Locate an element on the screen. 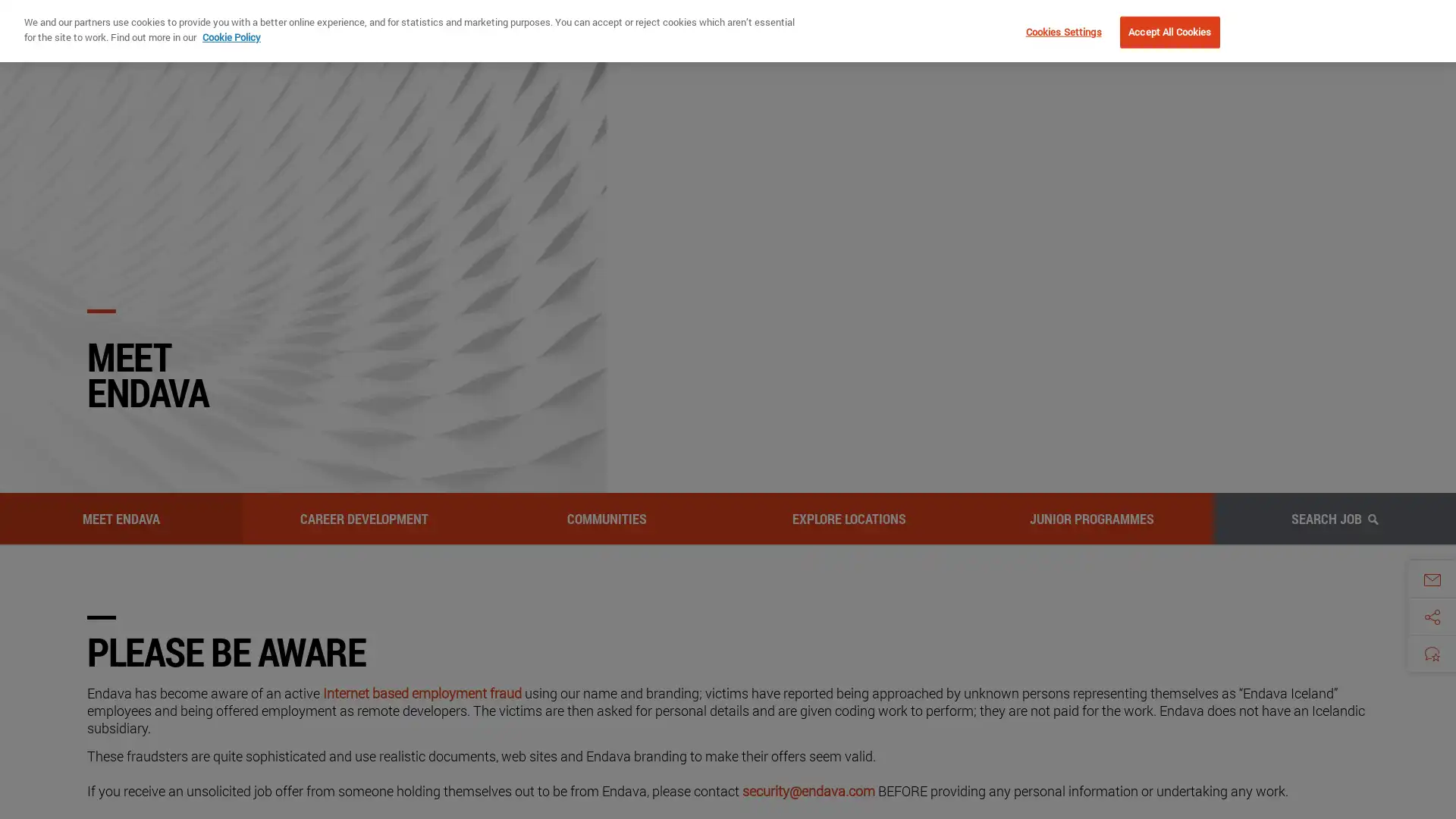 The height and width of the screenshot is (819, 1456). Cookies Settings is located at coordinates (1059, 32).